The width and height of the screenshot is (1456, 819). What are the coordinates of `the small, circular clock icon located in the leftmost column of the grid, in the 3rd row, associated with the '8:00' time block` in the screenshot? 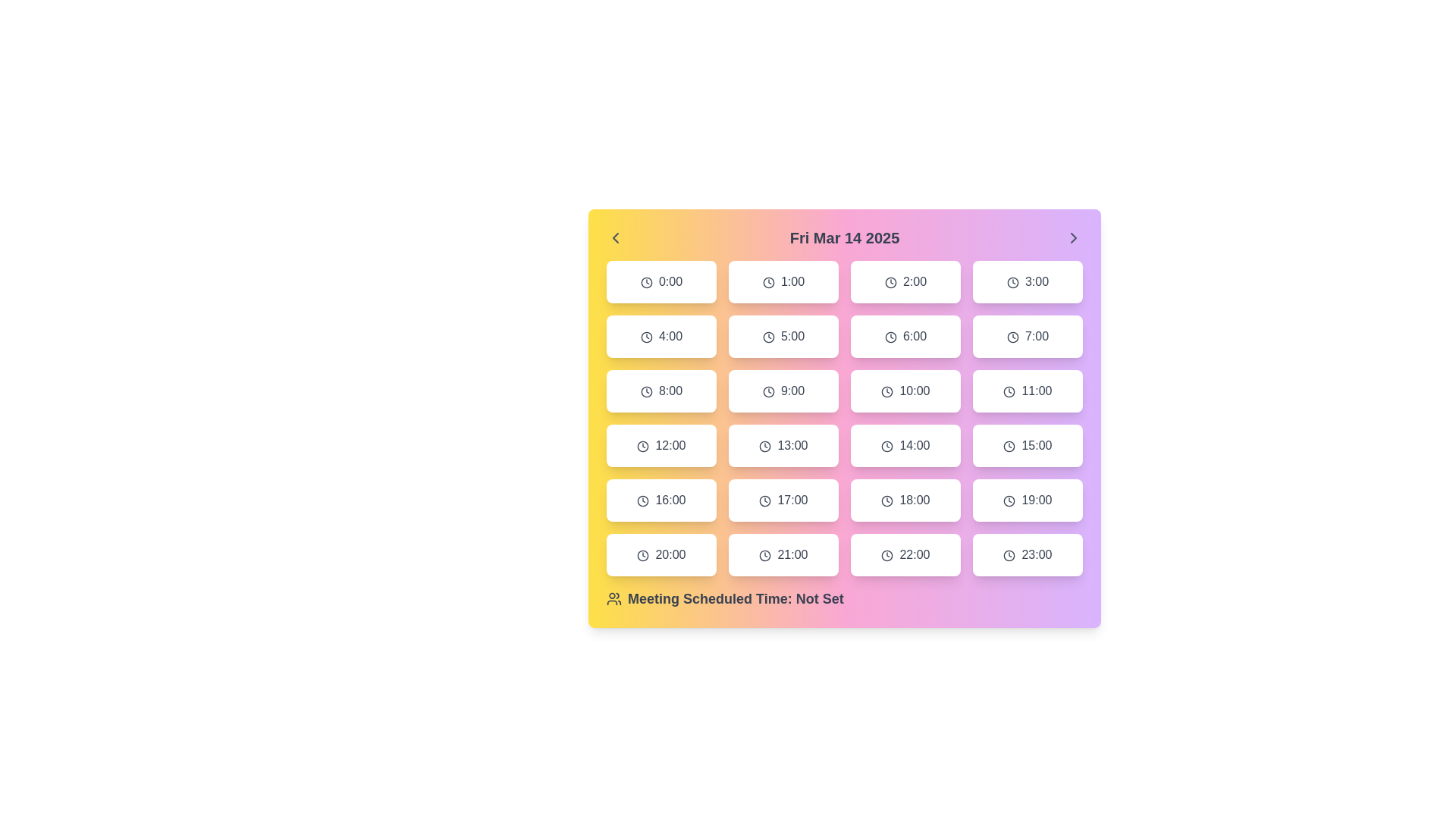 It's located at (646, 391).